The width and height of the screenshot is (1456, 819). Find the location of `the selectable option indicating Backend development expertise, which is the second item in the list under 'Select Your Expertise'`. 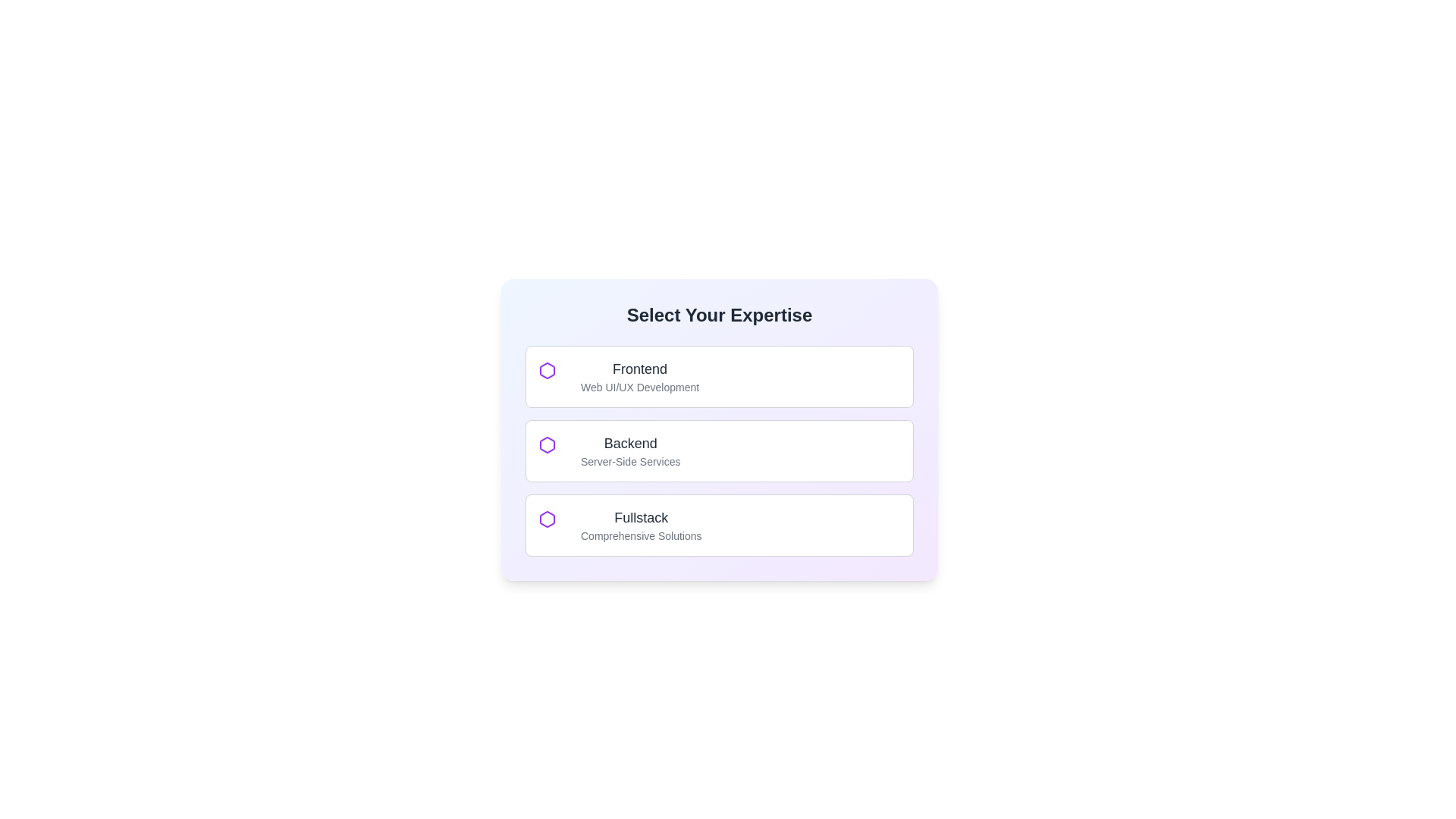

the selectable option indicating Backend development expertise, which is the second item in the list under 'Select Your Expertise' is located at coordinates (630, 450).